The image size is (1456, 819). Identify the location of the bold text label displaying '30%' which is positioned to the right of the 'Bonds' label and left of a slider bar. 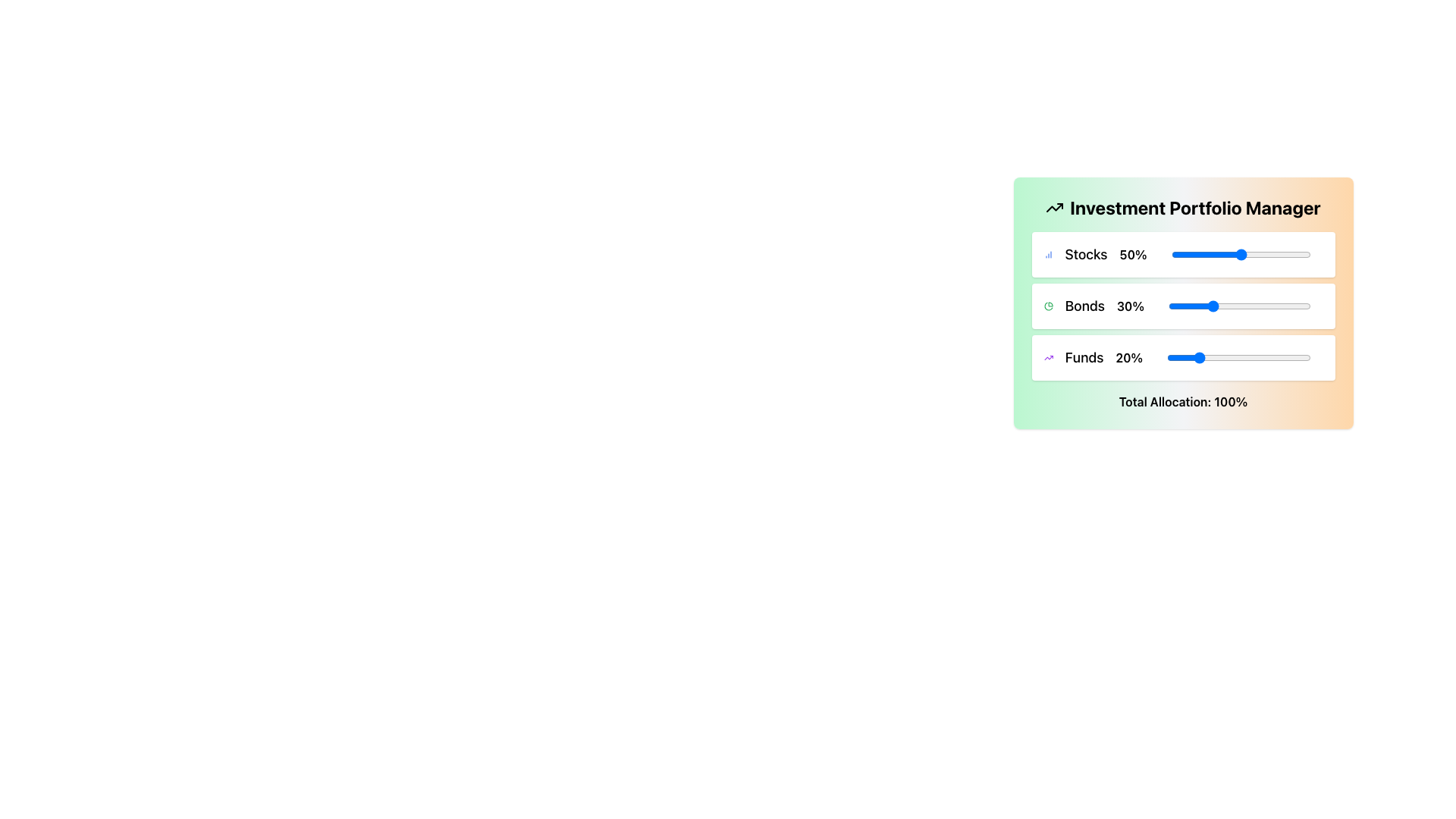
(1130, 306).